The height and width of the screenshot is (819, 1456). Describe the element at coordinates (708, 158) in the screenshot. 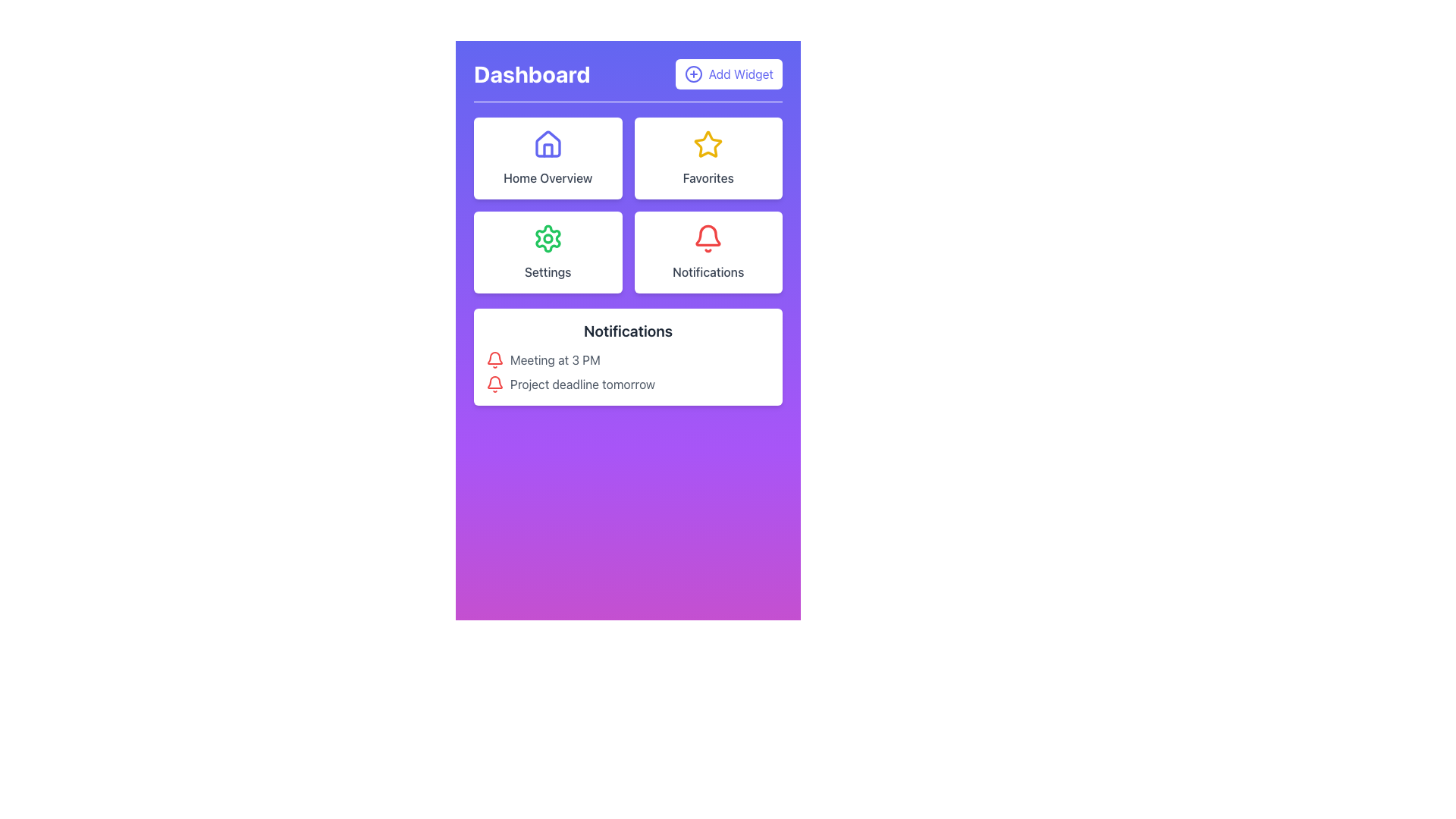

I see `the Dashboard card featuring a yellow star icon and 'Favorites' text, located in the second position of the top row` at that location.